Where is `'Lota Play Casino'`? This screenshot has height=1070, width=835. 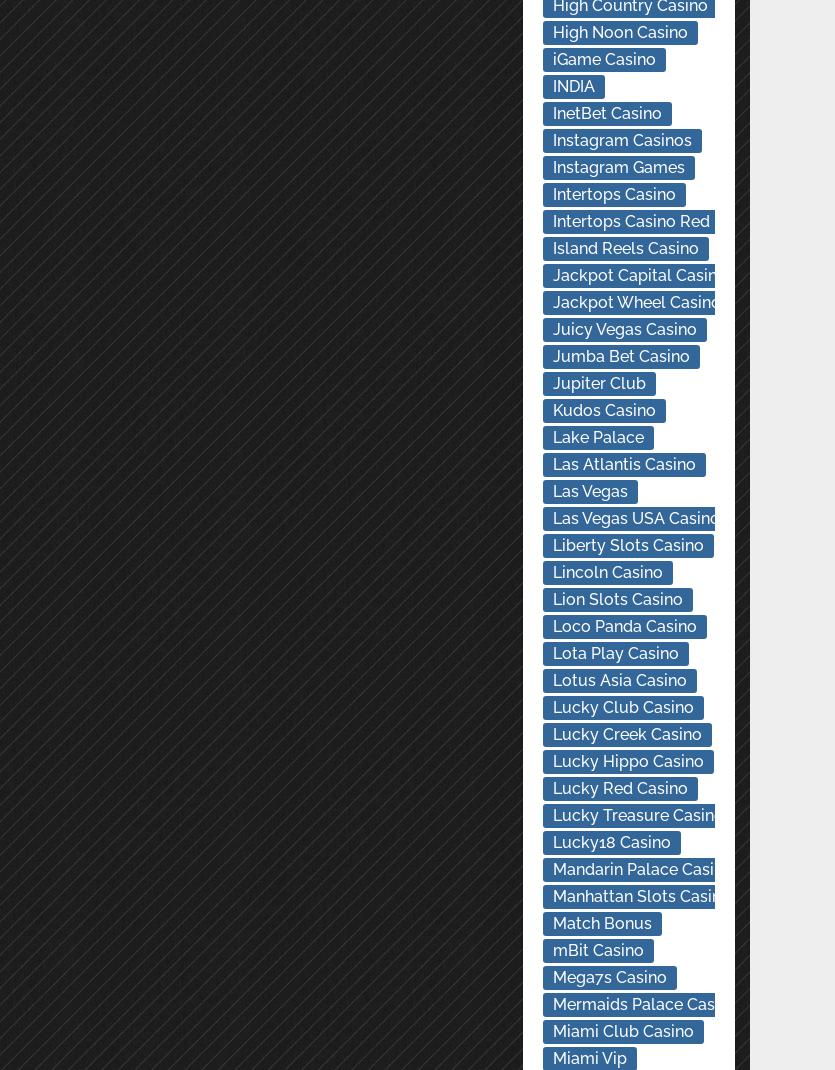
'Lota Play Casino' is located at coordinates (613, 653).